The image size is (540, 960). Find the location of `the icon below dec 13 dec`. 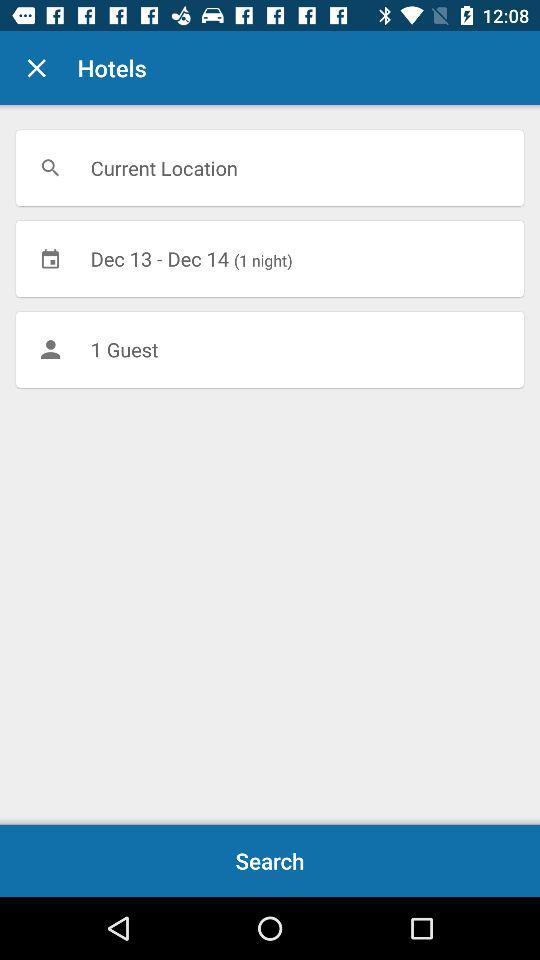

the icon below dec 13 dec is located at coordinates (270, 349).